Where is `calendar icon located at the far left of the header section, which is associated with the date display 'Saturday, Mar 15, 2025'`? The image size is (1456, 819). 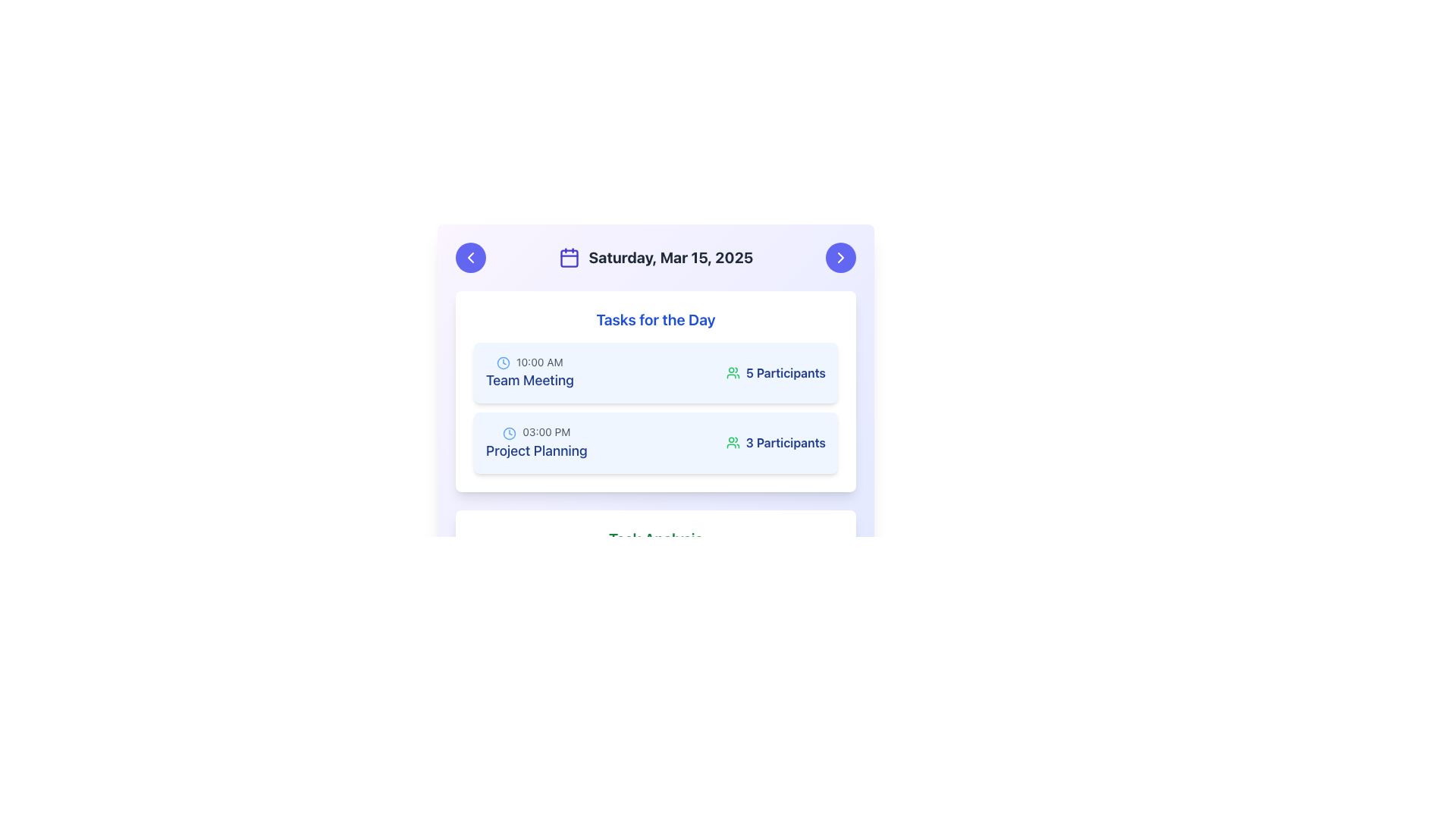
calendar icon located at the far left of the header section, which is associated with the date display 'Saturday, Mar 15, 2025' is located at coordinates (568, 256).